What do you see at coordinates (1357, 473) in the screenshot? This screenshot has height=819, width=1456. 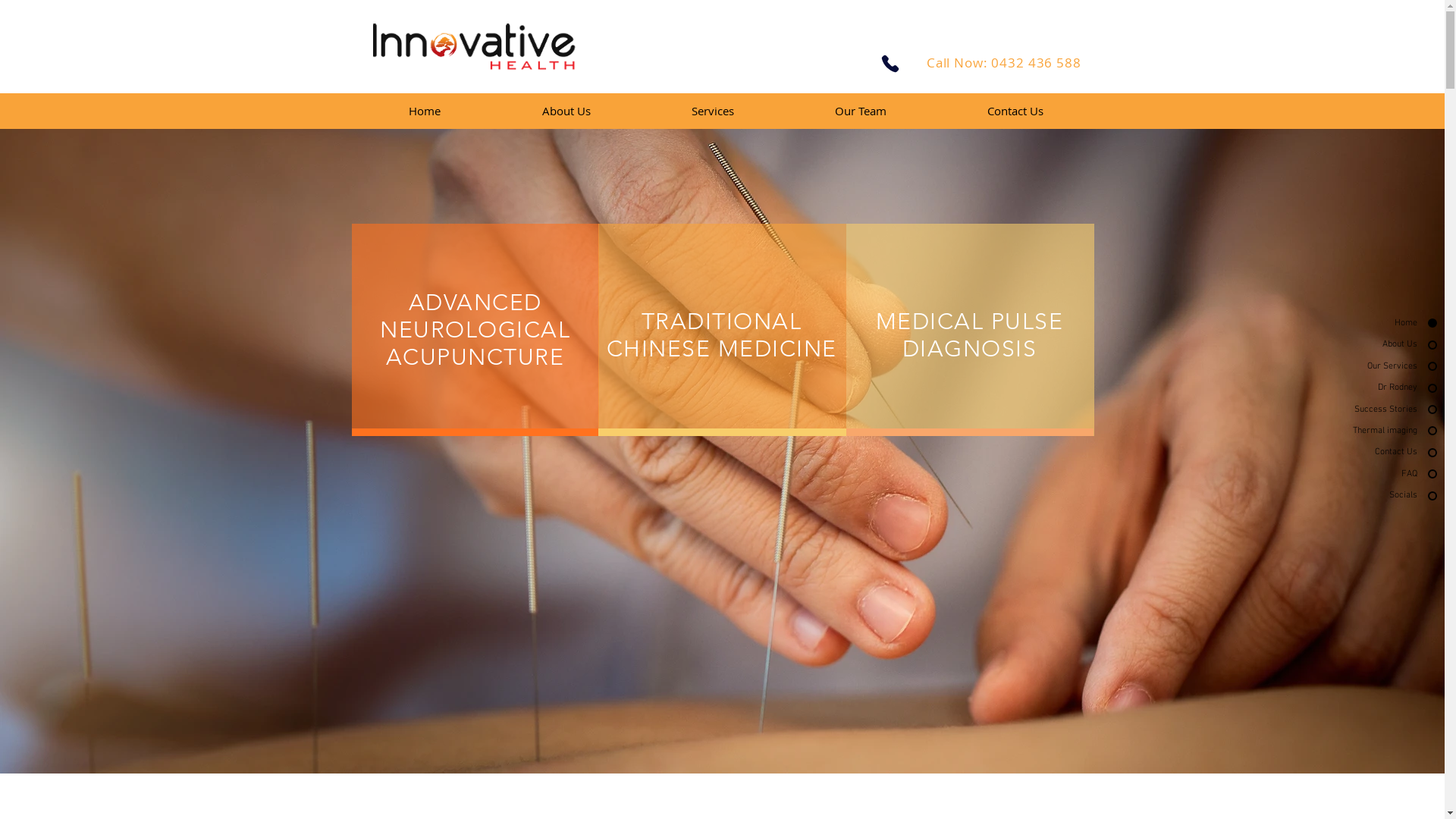 I see `'FAQ'` at bounding box center [1357, 473].